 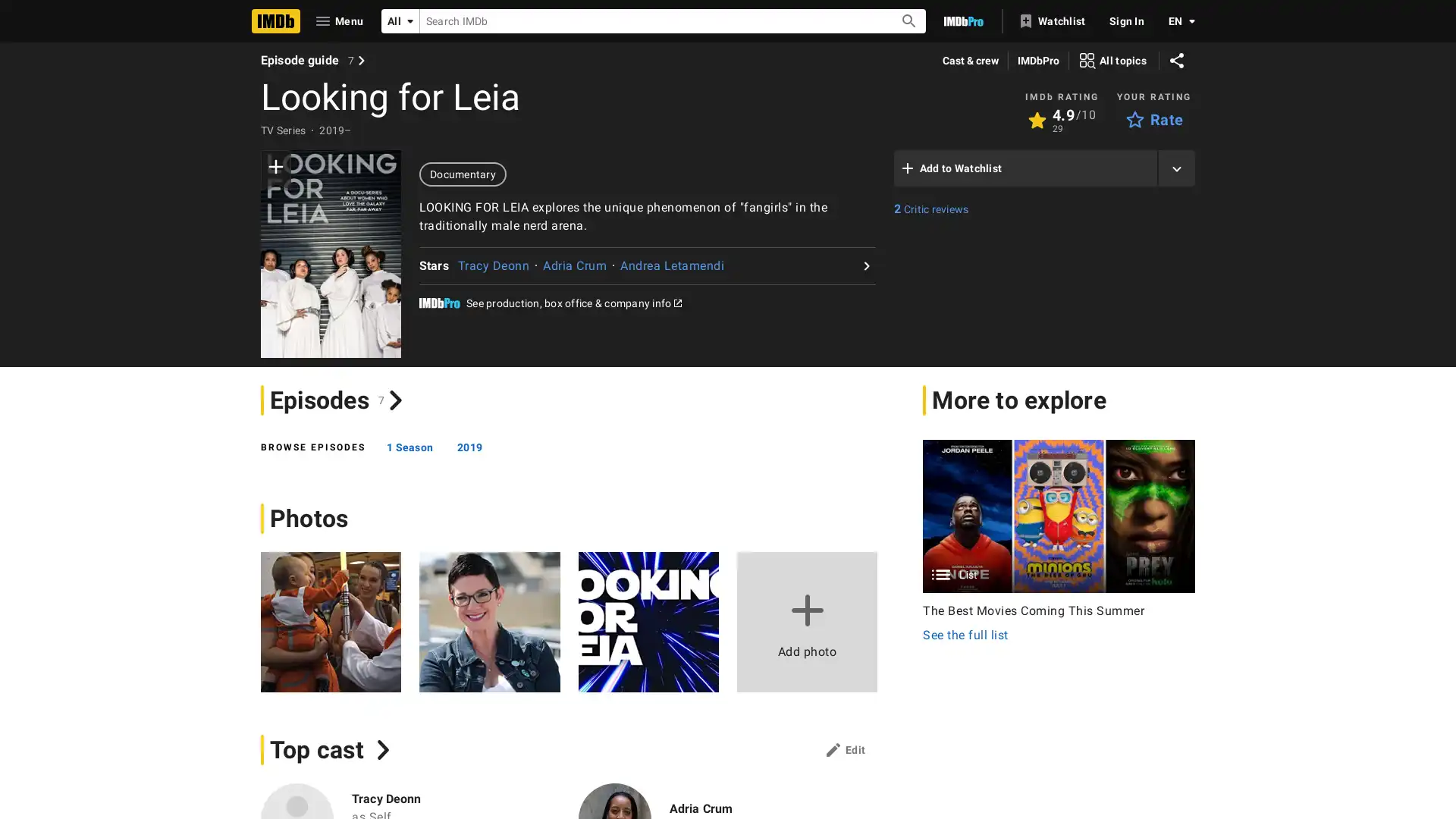 What do you see at coordinates (312, 60) in the screenshot?
I see `View episode guide` at bounding box center [312, 60].